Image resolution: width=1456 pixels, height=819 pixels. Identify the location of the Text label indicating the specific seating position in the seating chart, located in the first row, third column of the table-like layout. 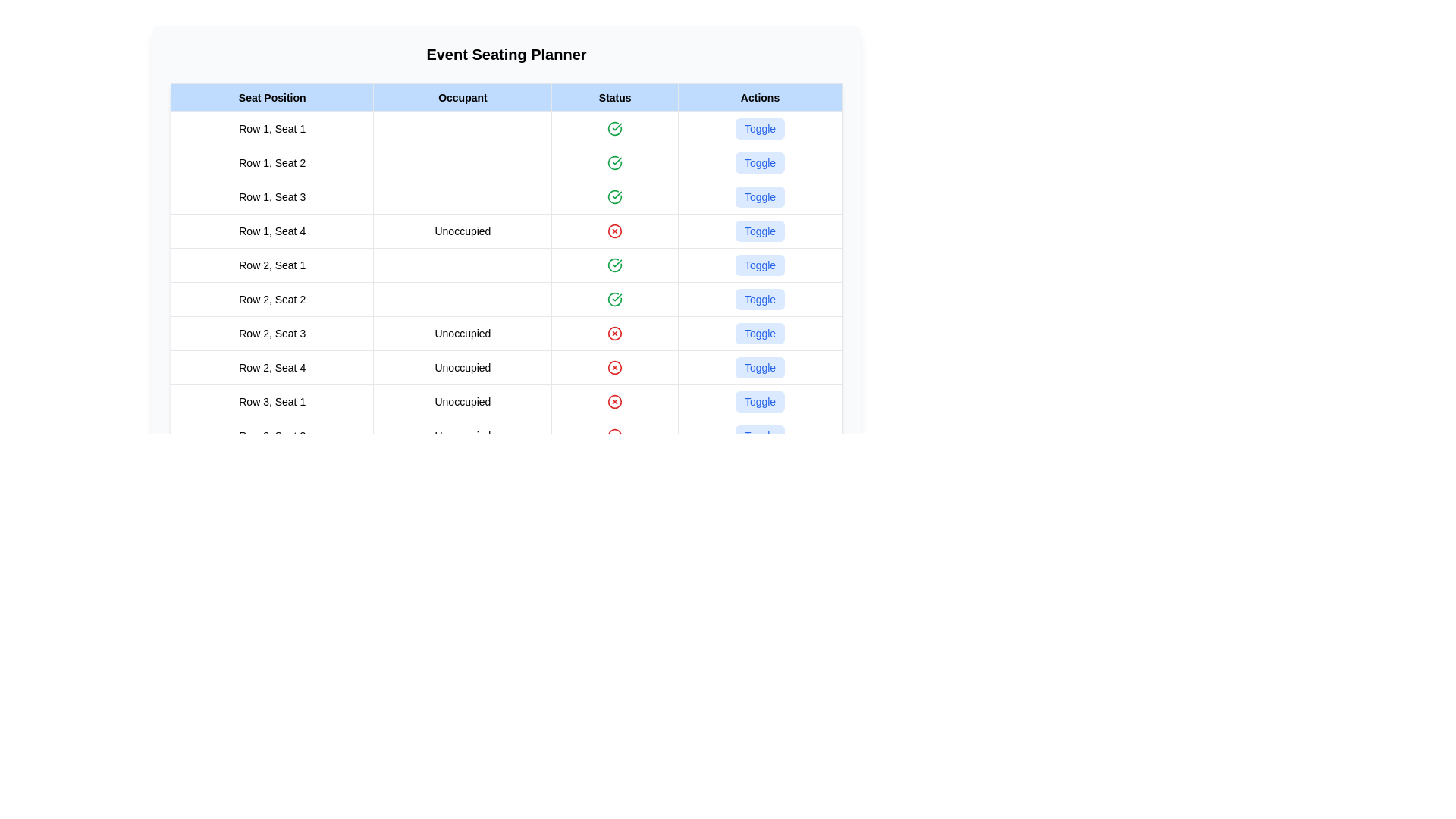
(272, 196).